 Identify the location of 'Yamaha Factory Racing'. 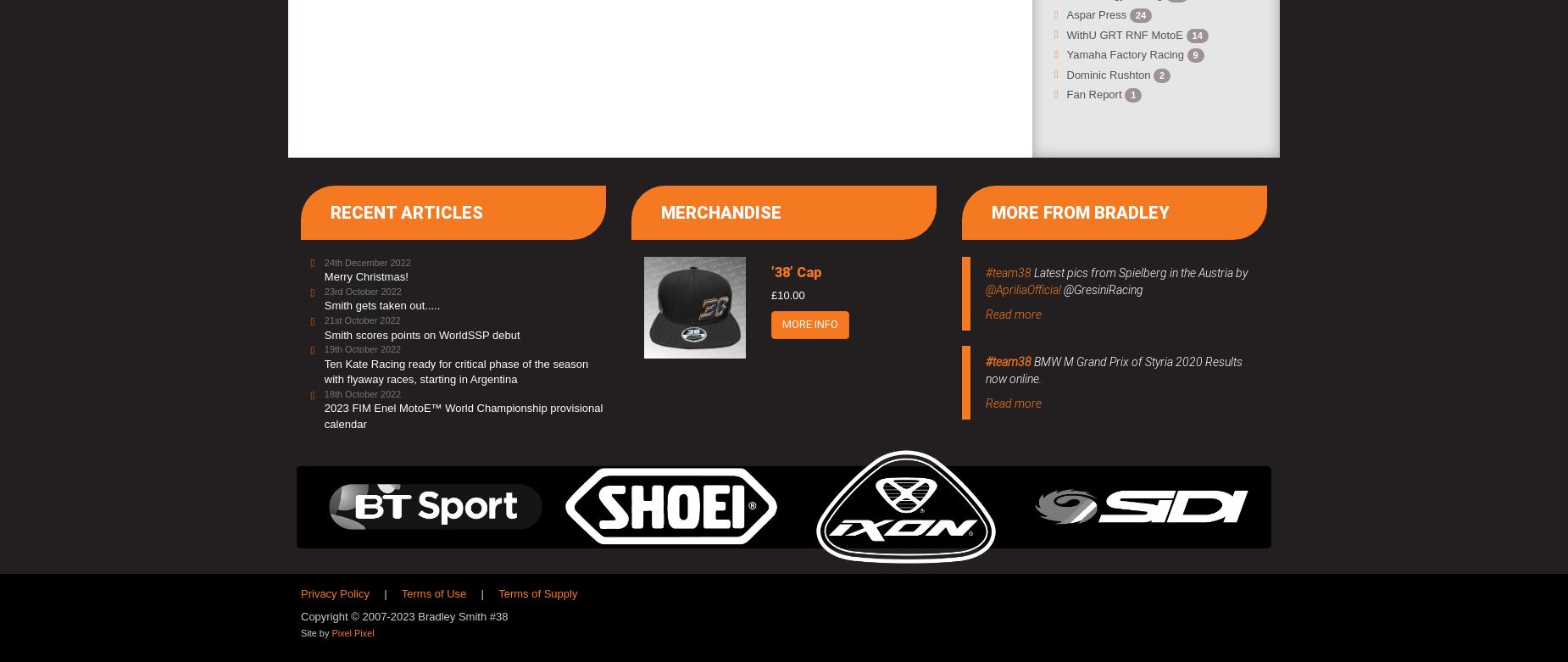
(1065, 54).